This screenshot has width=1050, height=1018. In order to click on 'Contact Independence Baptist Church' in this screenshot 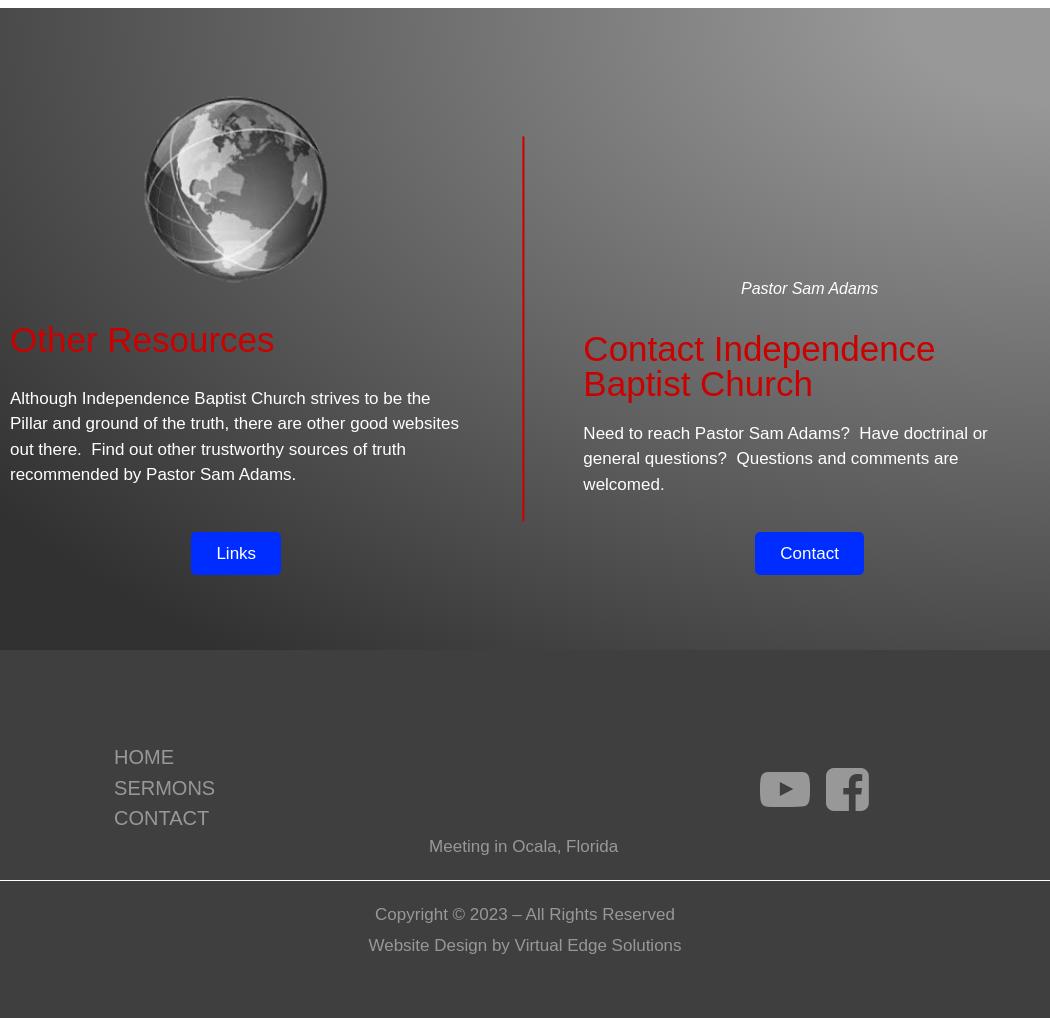, I will do `click(759, 364)`.